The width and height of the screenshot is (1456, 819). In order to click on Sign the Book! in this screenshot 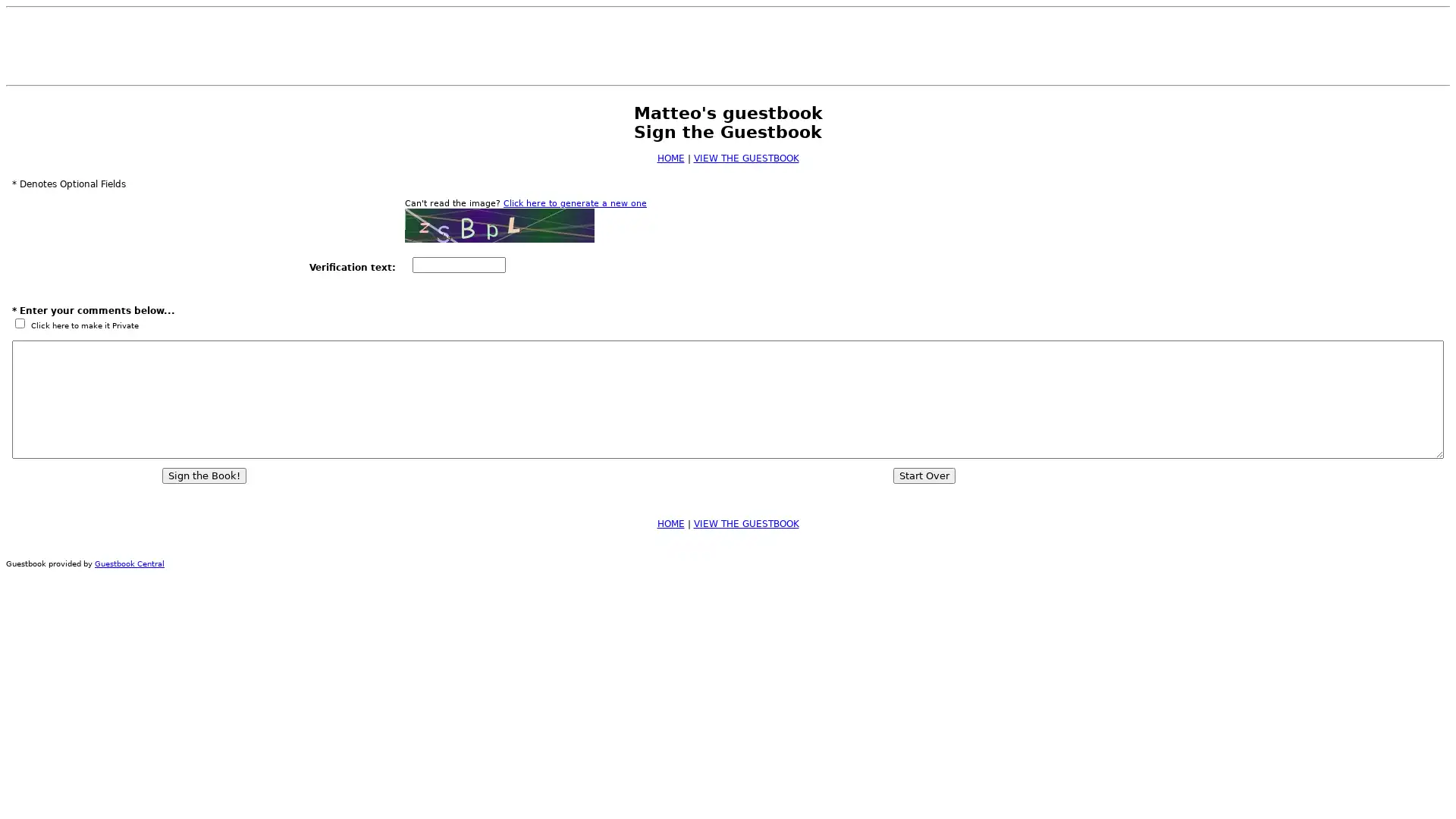, I will do `click(202, 475)`.